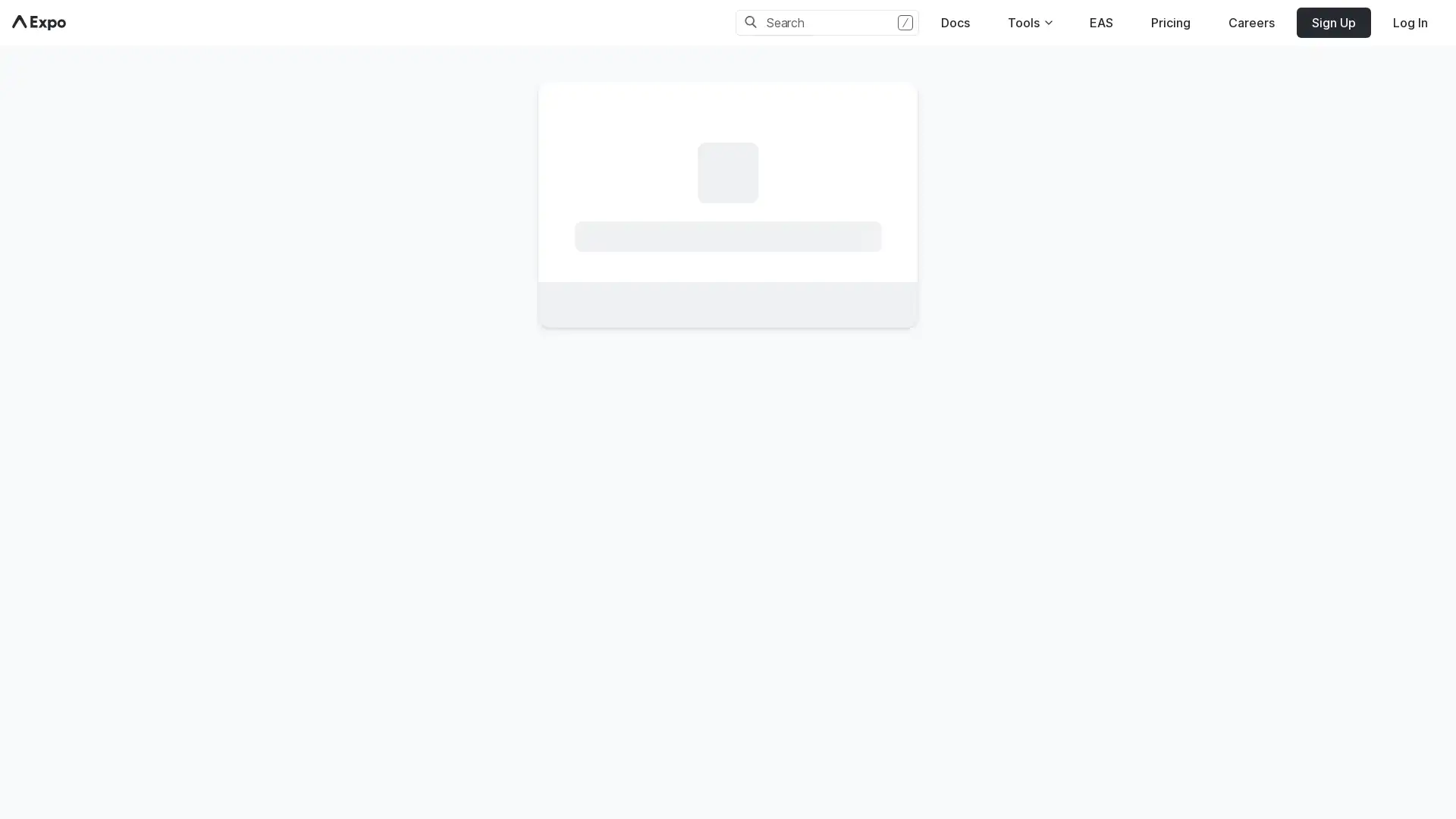  What do you see at coordinates (39, 23) in the screenshot?
I see `Word-mark-logo` at bounding box center [39, 23].